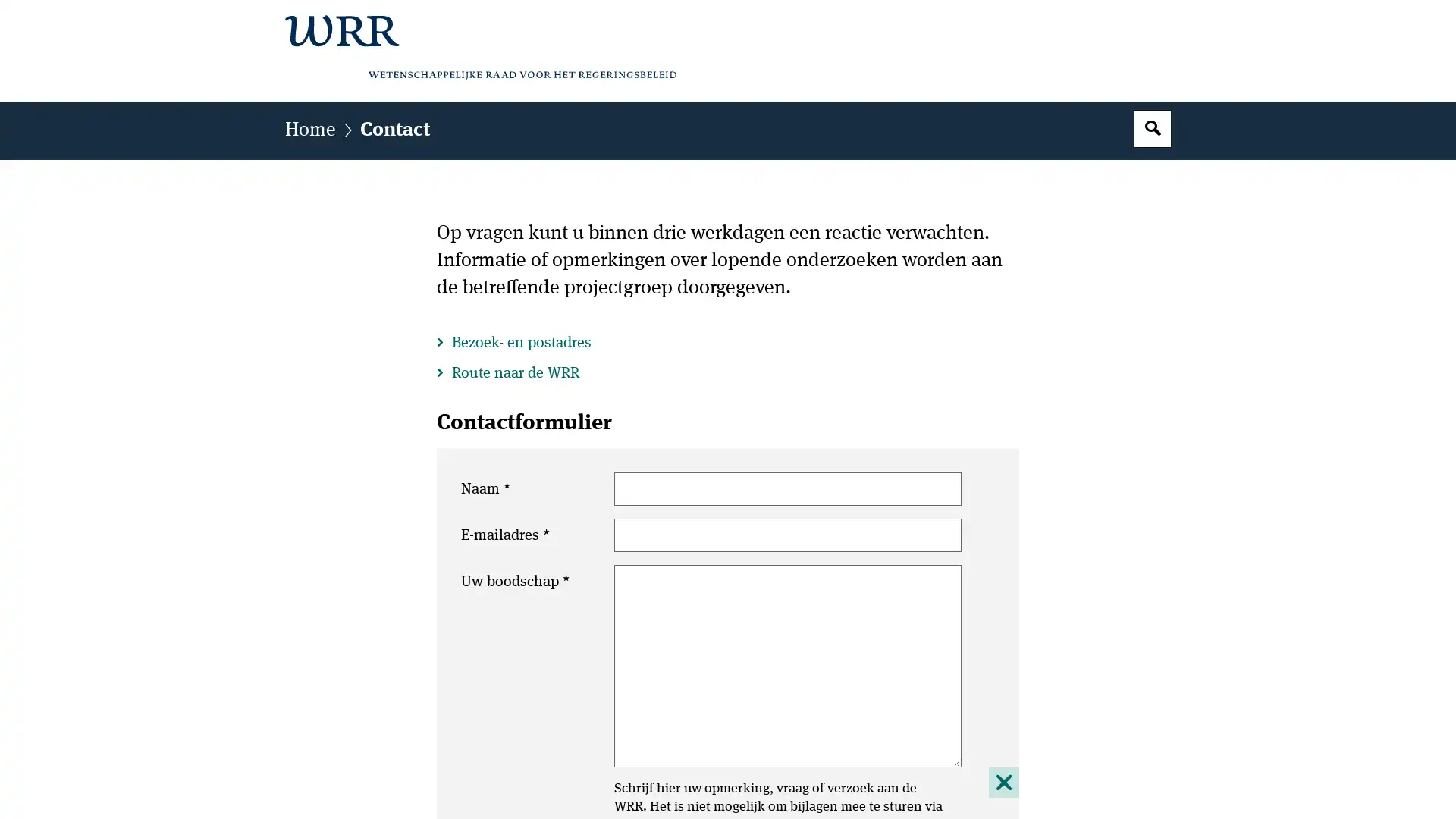  I want to click on Open zoekveld, so click(1153, 127).